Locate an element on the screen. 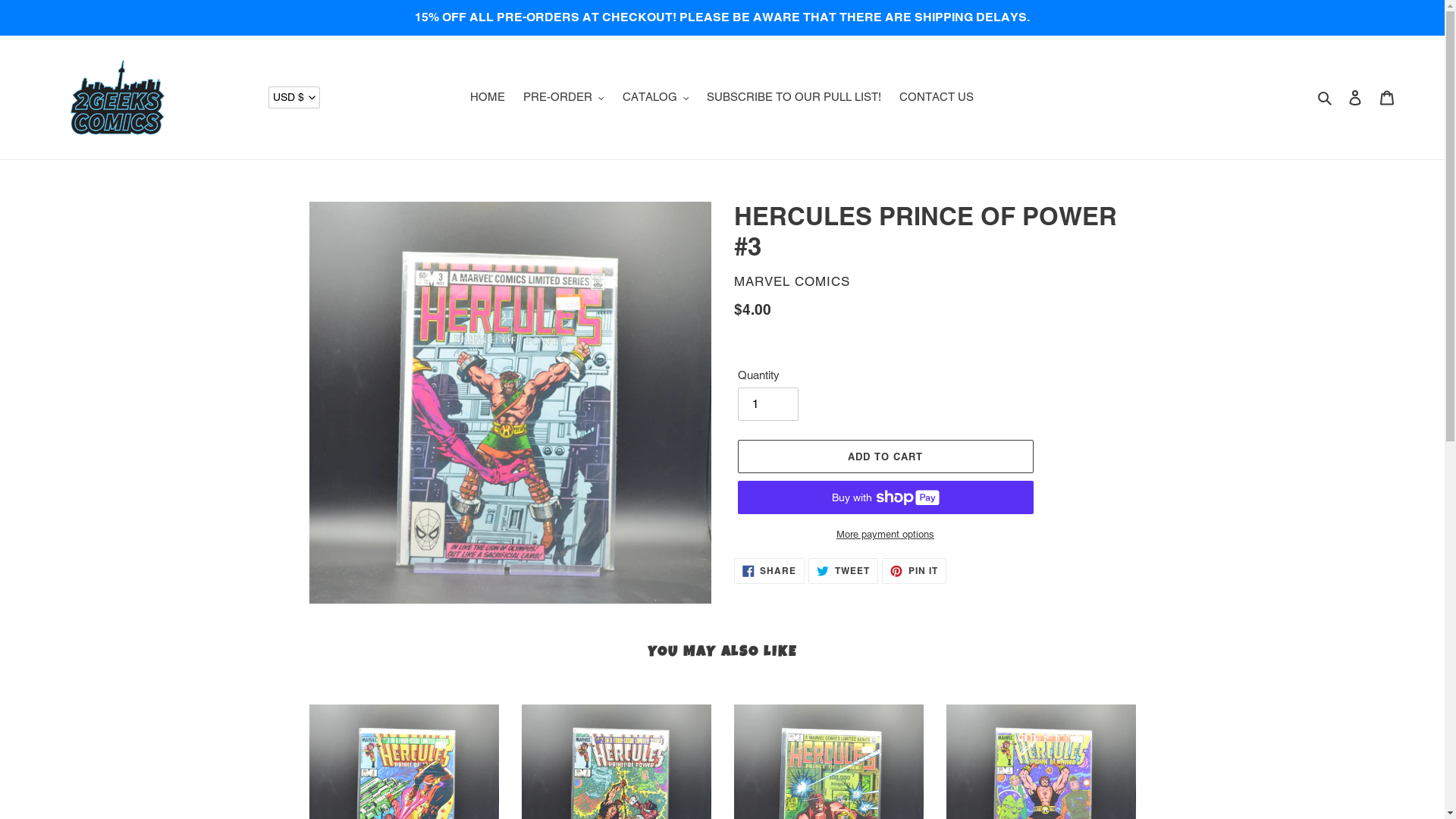  'TWEET is located at coordinates (843, 570).